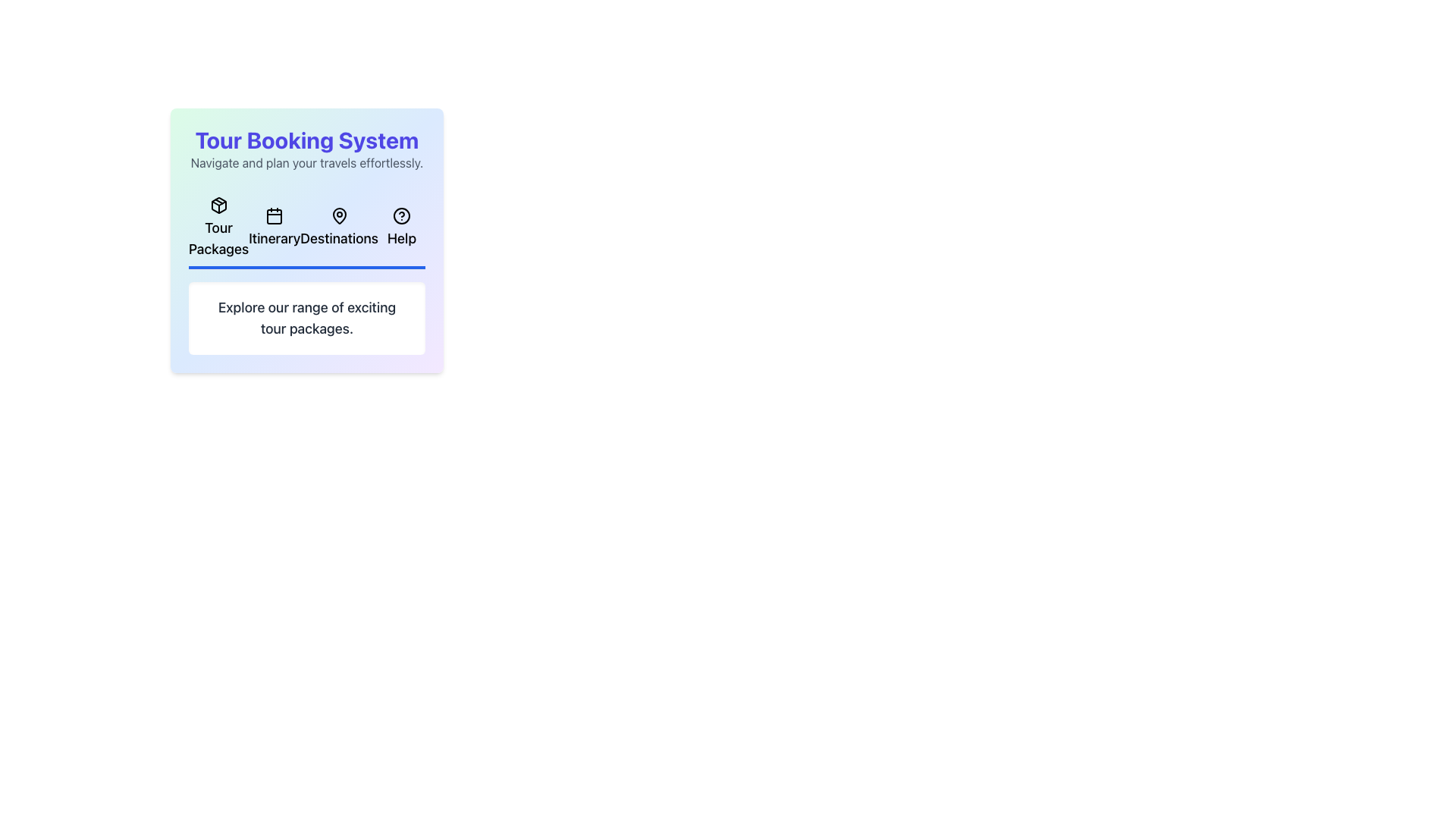  I want to click on the black map pin icon located above the text 'Destinations', which is the third element in a row of icons under the 'Tour Booking System' title, so click(338, 216).